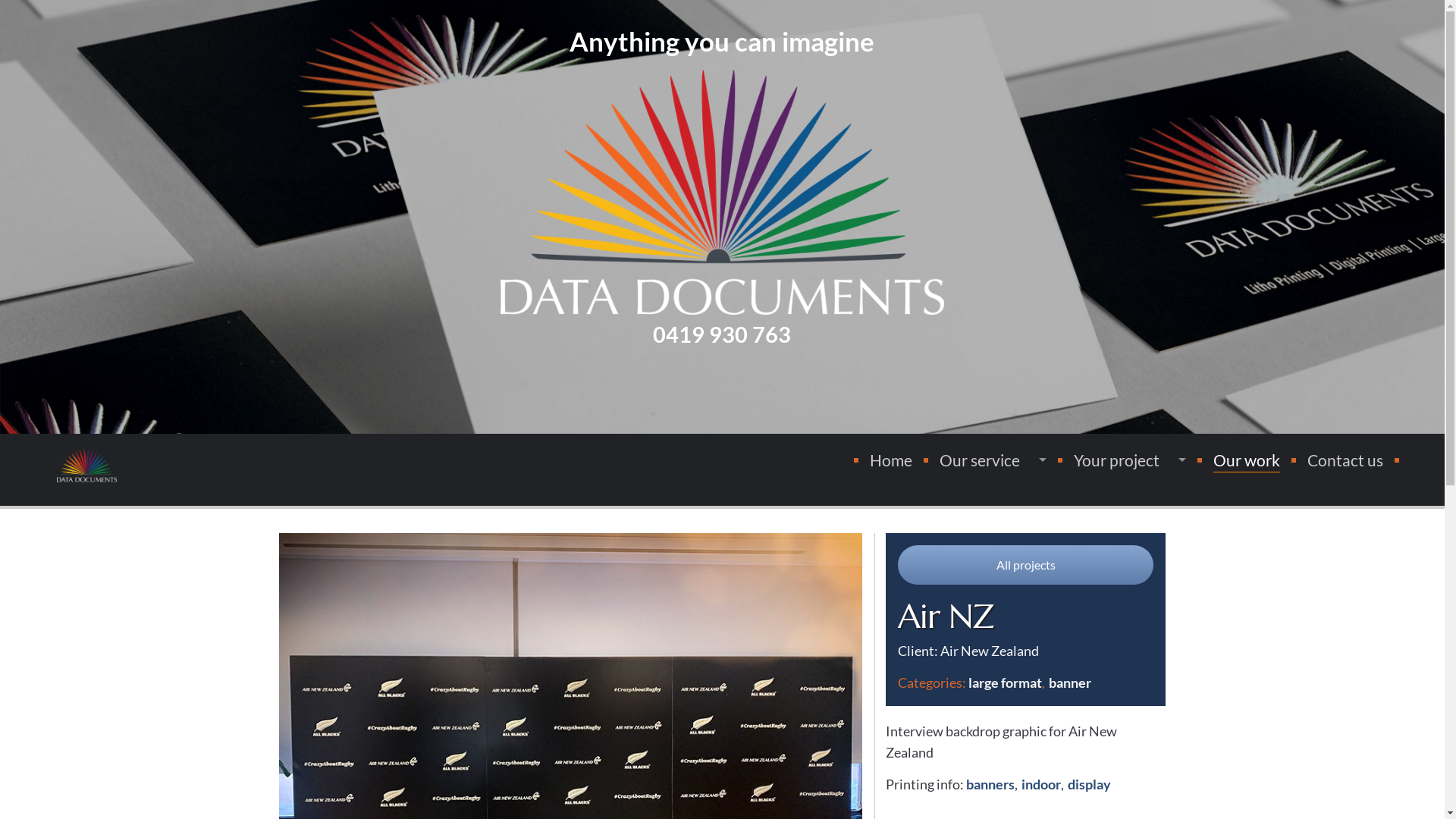 The height and width of the screenshot is (819, 1456). I want to click on '0419 930 763', so click(720, 334).